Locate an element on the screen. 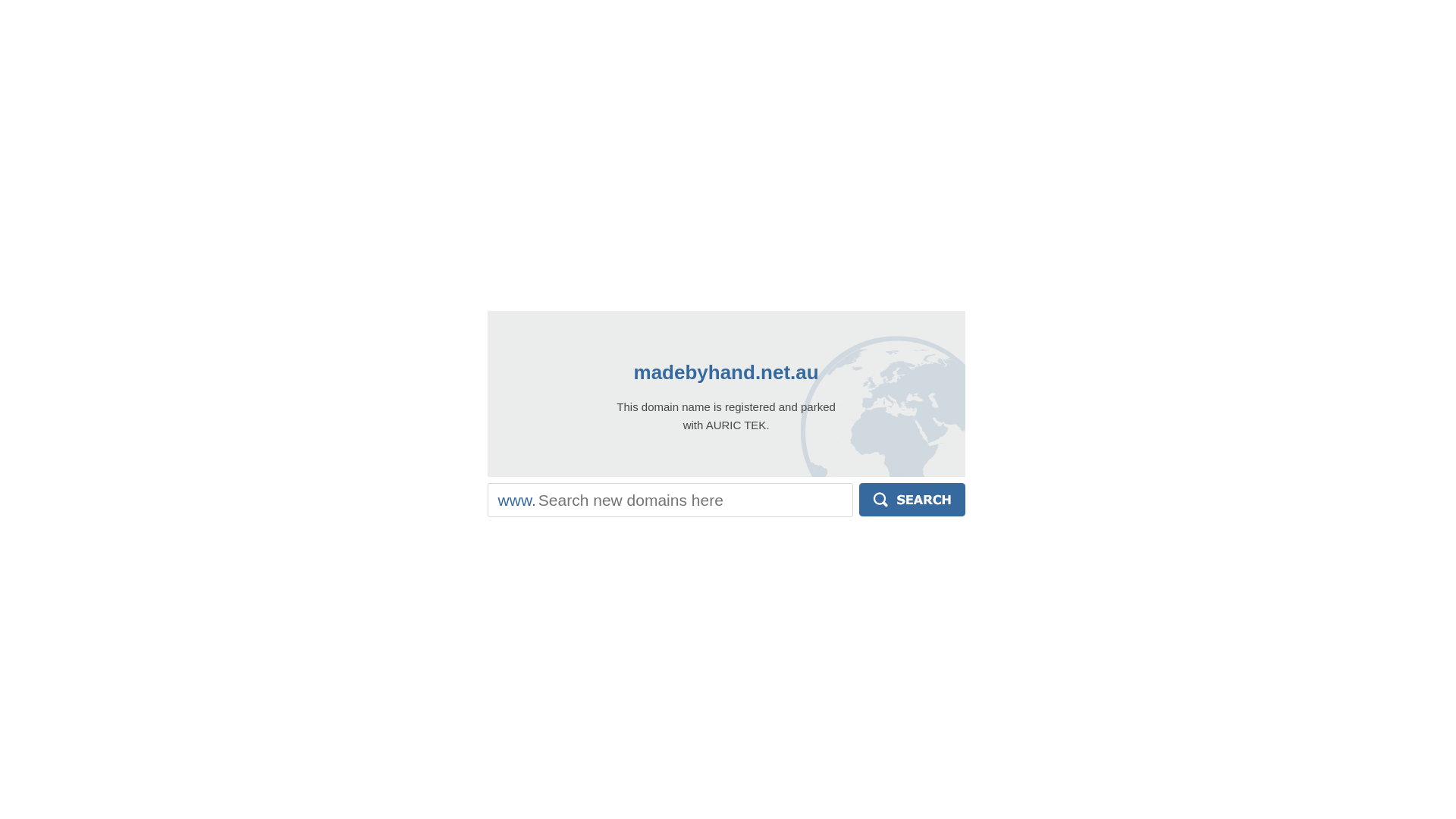  'Search' is located at coordinates (912, 500).